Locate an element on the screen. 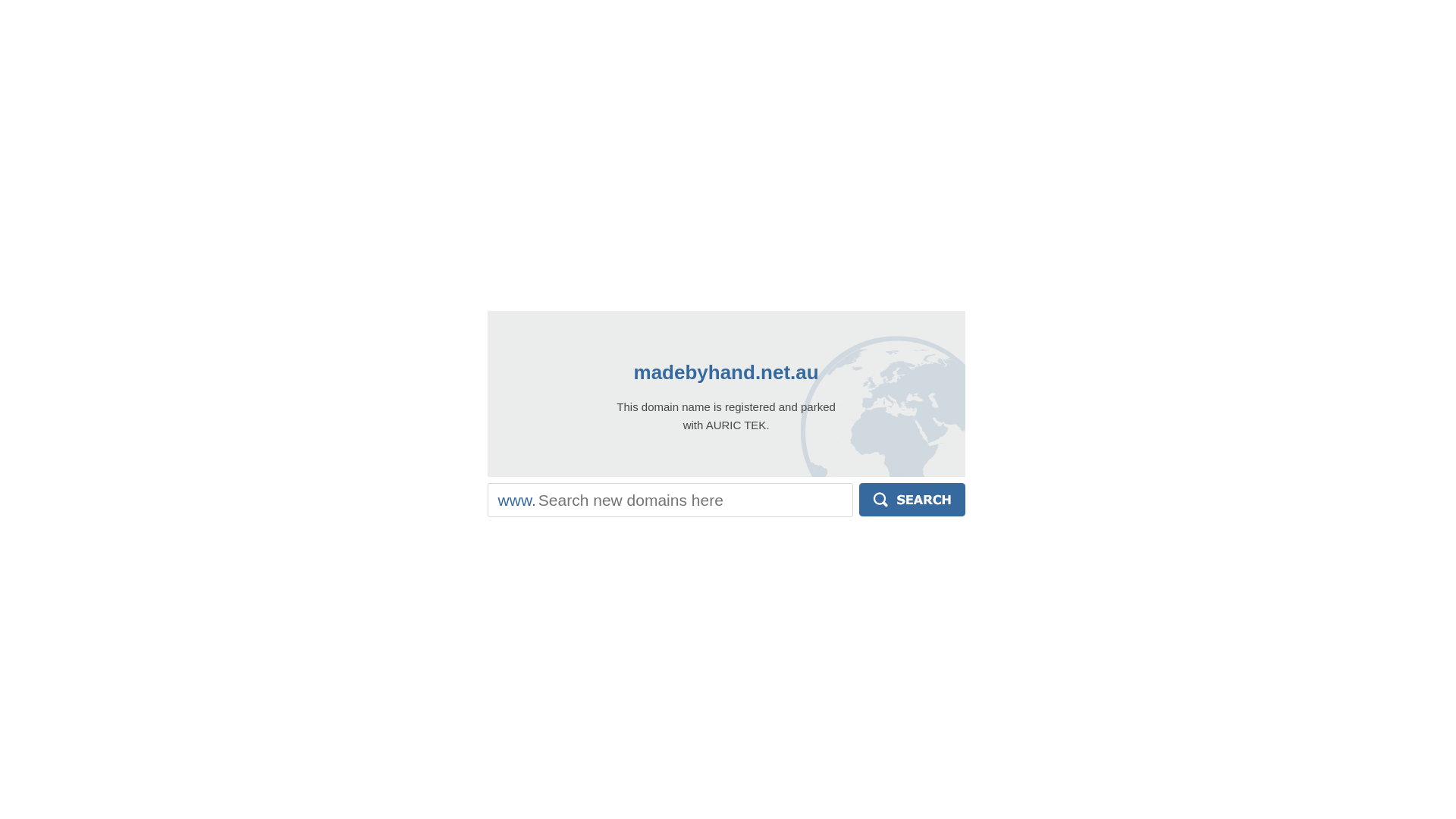  'Search' is located at coordinates (912, 500).